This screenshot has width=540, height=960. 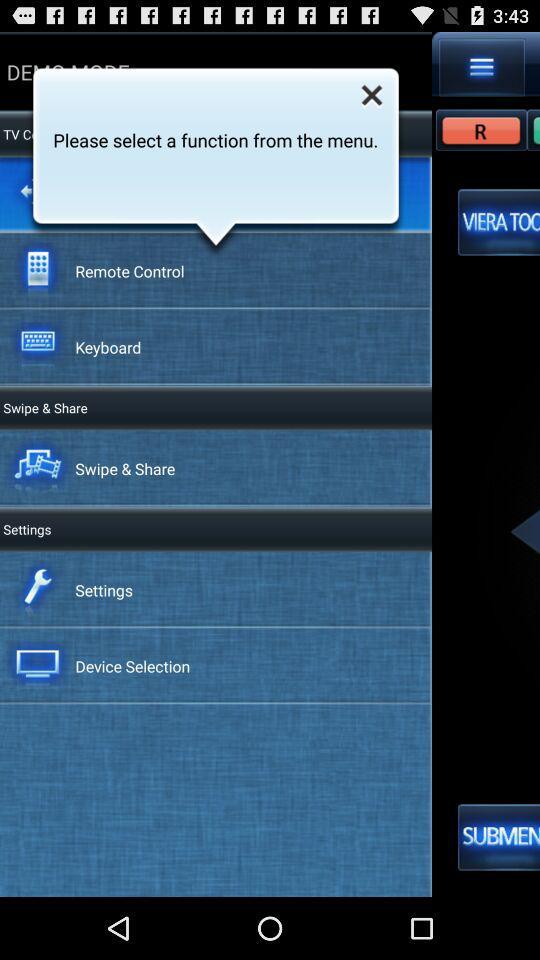 What do you see at coordinates (372, 101) in the screenshot?
I see `the close icon` at bounding box center [372, 101].